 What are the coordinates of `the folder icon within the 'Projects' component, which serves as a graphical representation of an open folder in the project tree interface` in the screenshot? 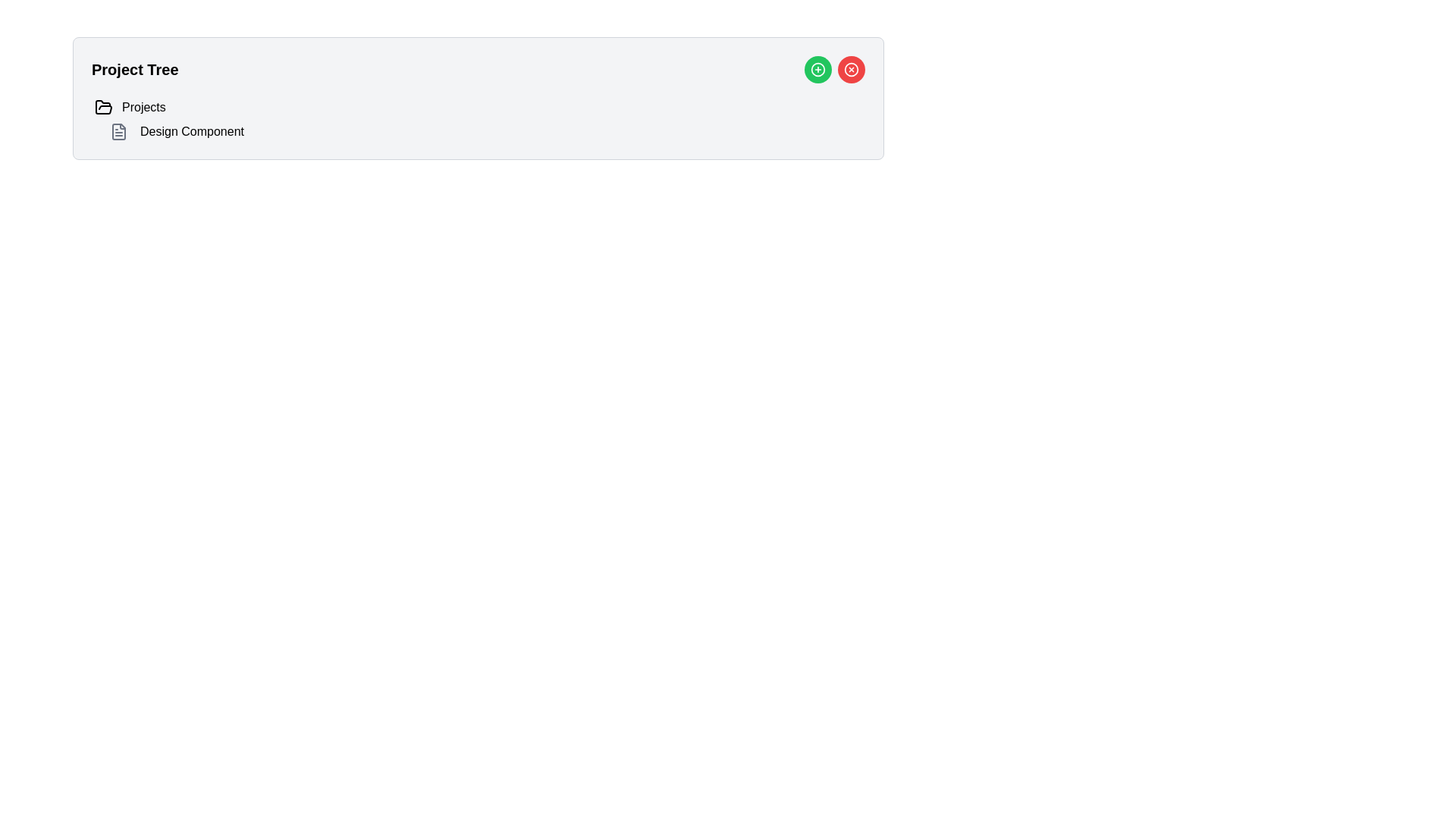 It's located at (103, 106).